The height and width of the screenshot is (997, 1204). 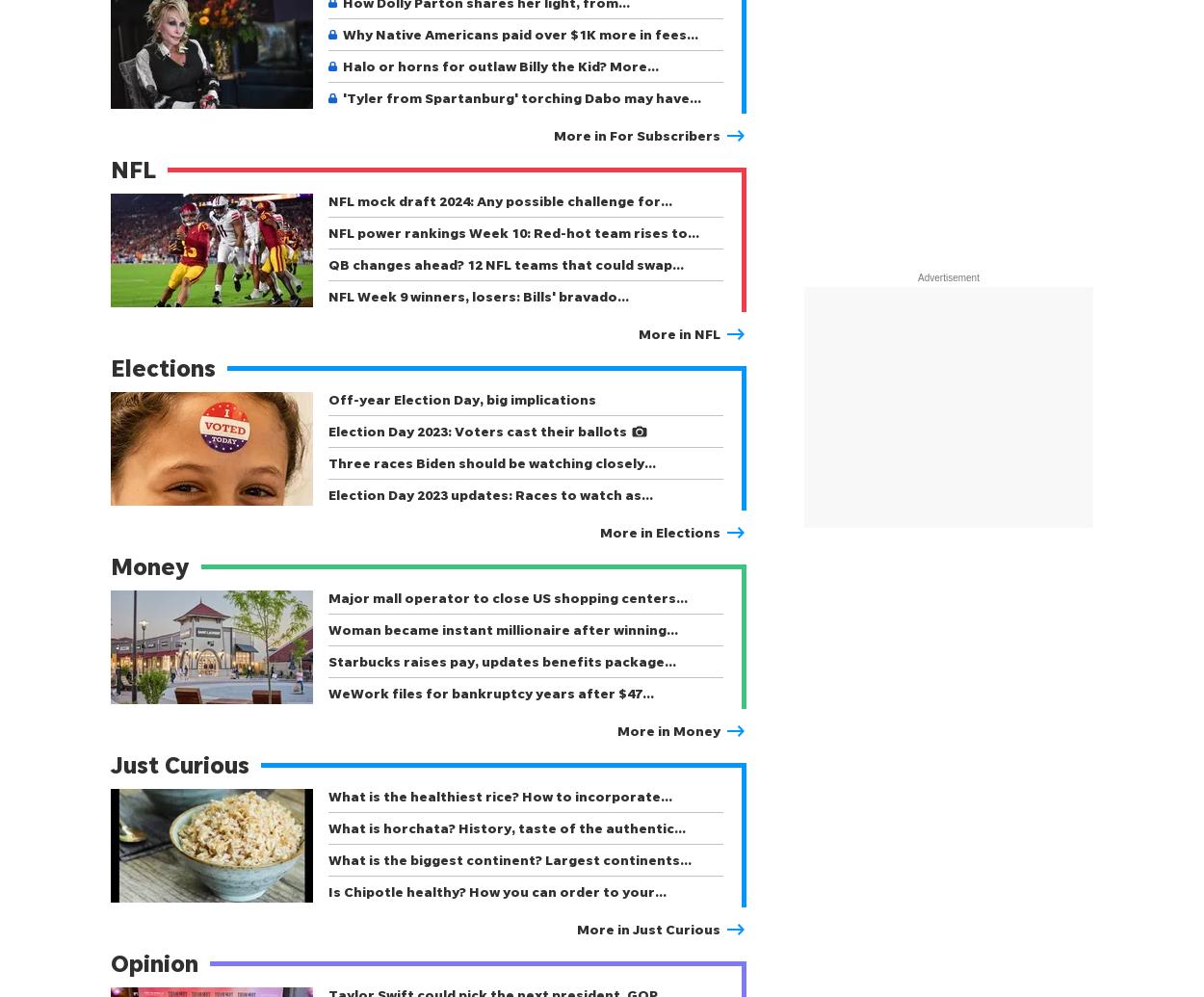 What do you see at coordinates (506, 264) in the screenshot?
I see `'QB changes ahead? 12 NFL teams that could swap…'` at bounding box center [506, 264].